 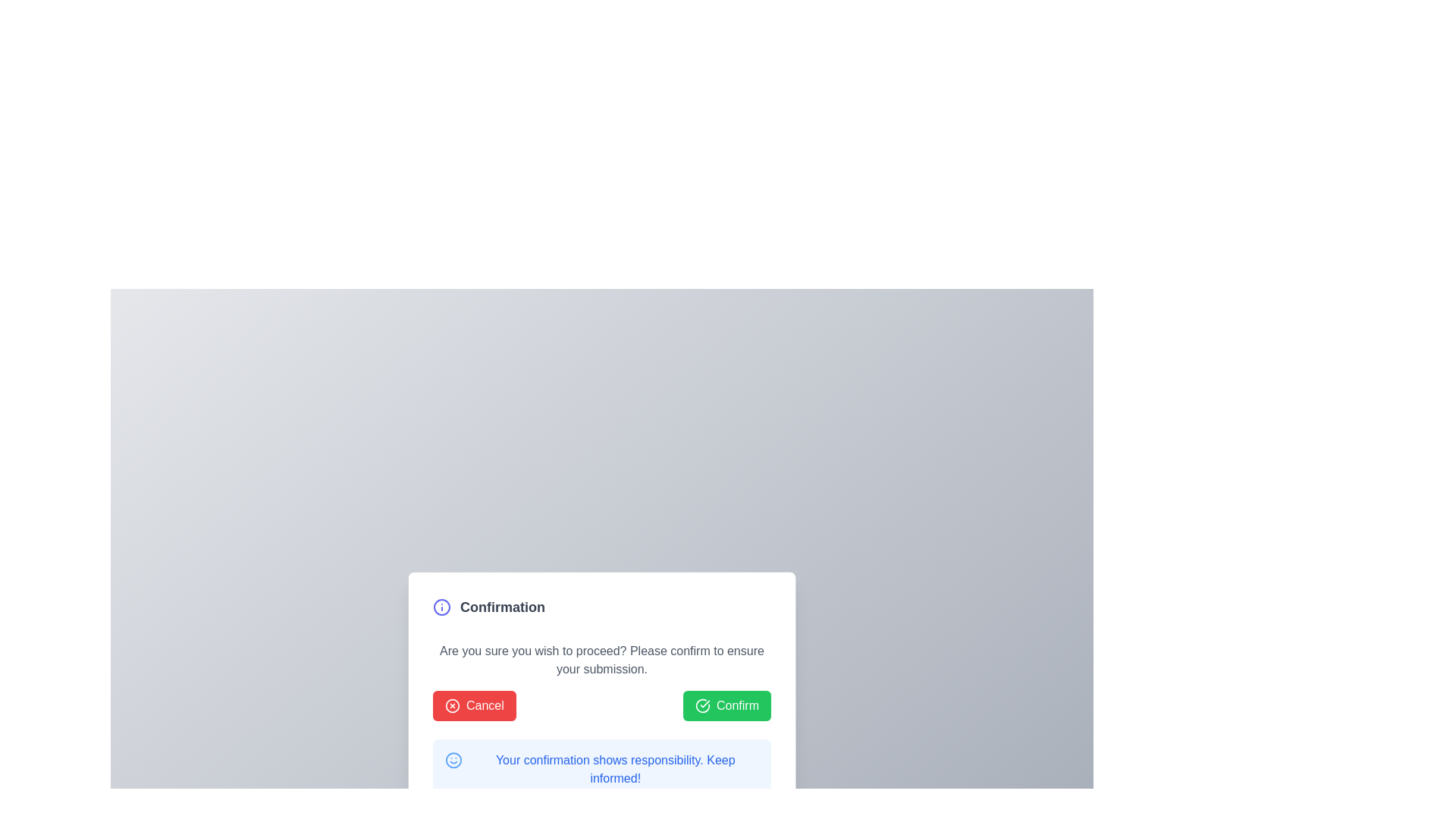 I want to click on the confirmation button located in the footer section of the modal window, which is the rightmost button next to the red 'Cancel' button, to confirm the action, so click(x=726, y=705).